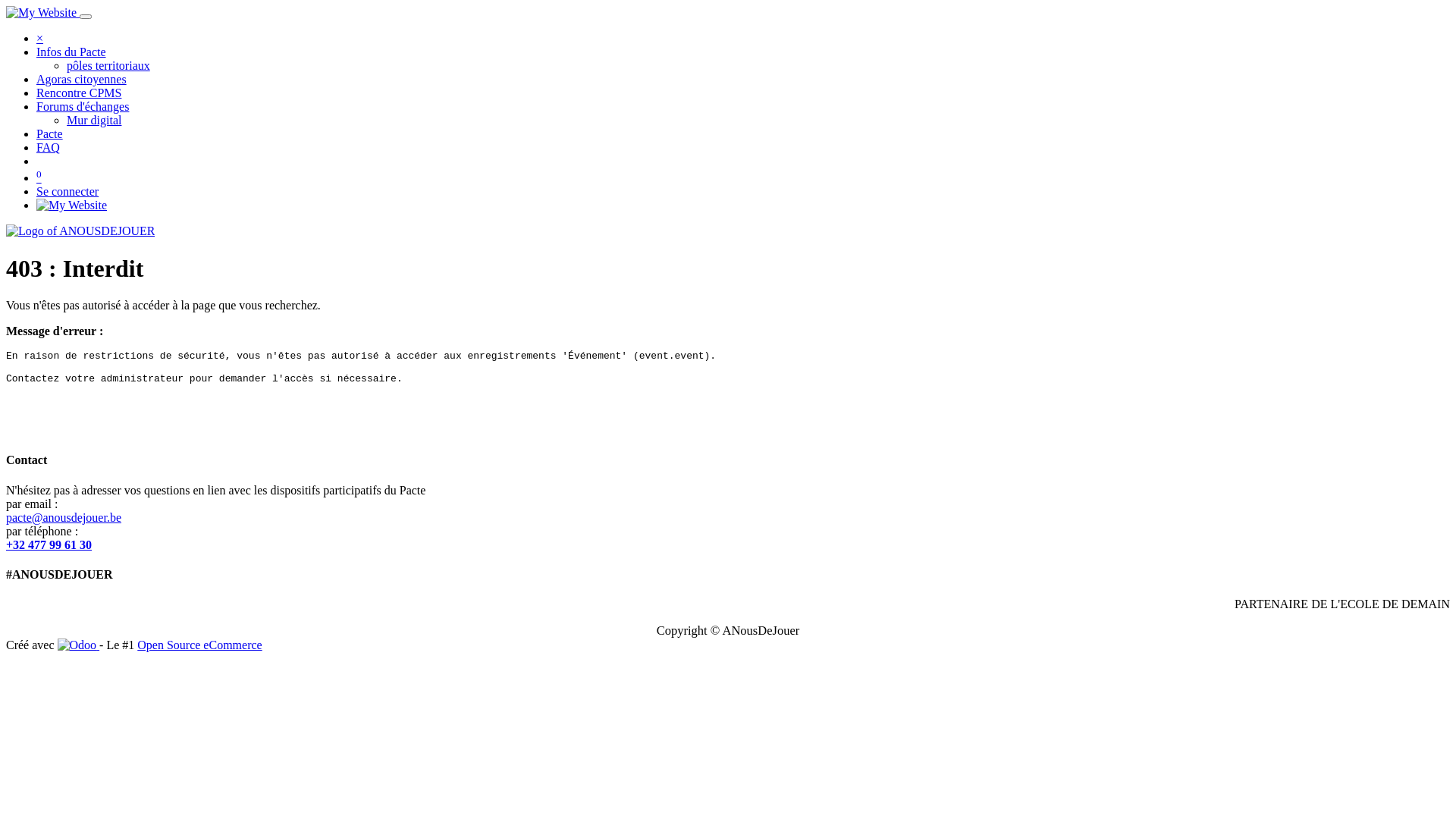 Image resolution: width=1456 pixels, height=819 pixels. What do you see at coordinates (36, 177) in the screenshot?
I see `'0'` at bounding box center [36, 177].